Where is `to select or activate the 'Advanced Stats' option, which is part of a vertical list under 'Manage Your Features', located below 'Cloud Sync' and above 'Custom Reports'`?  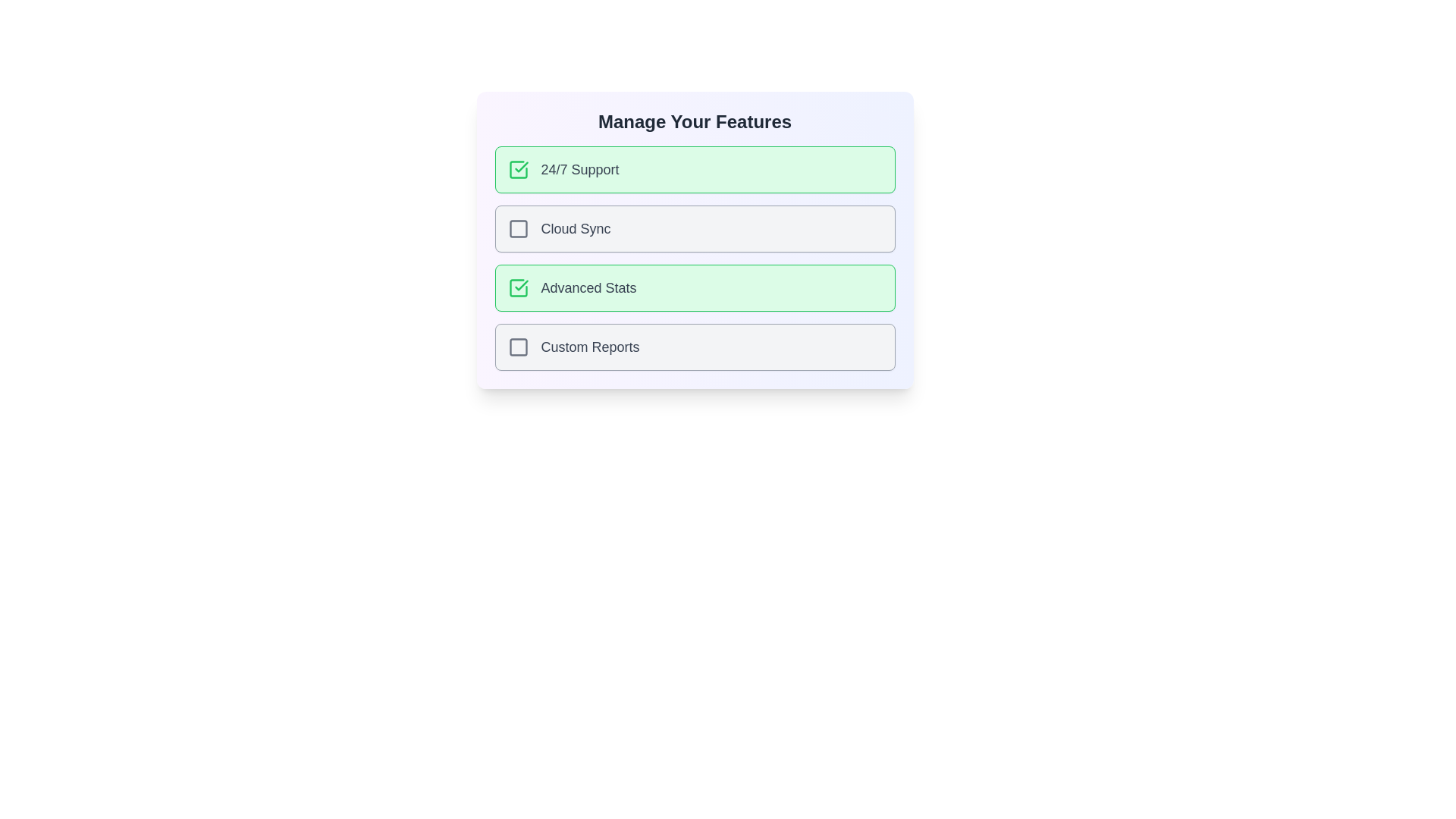 to select or activate the 'Advanced Stats' option, which is part of a vertical list under 'Manage Your Features', located below 'Cloud Sync' and above 'Custom Reports' is located at coordinates (571, 288).